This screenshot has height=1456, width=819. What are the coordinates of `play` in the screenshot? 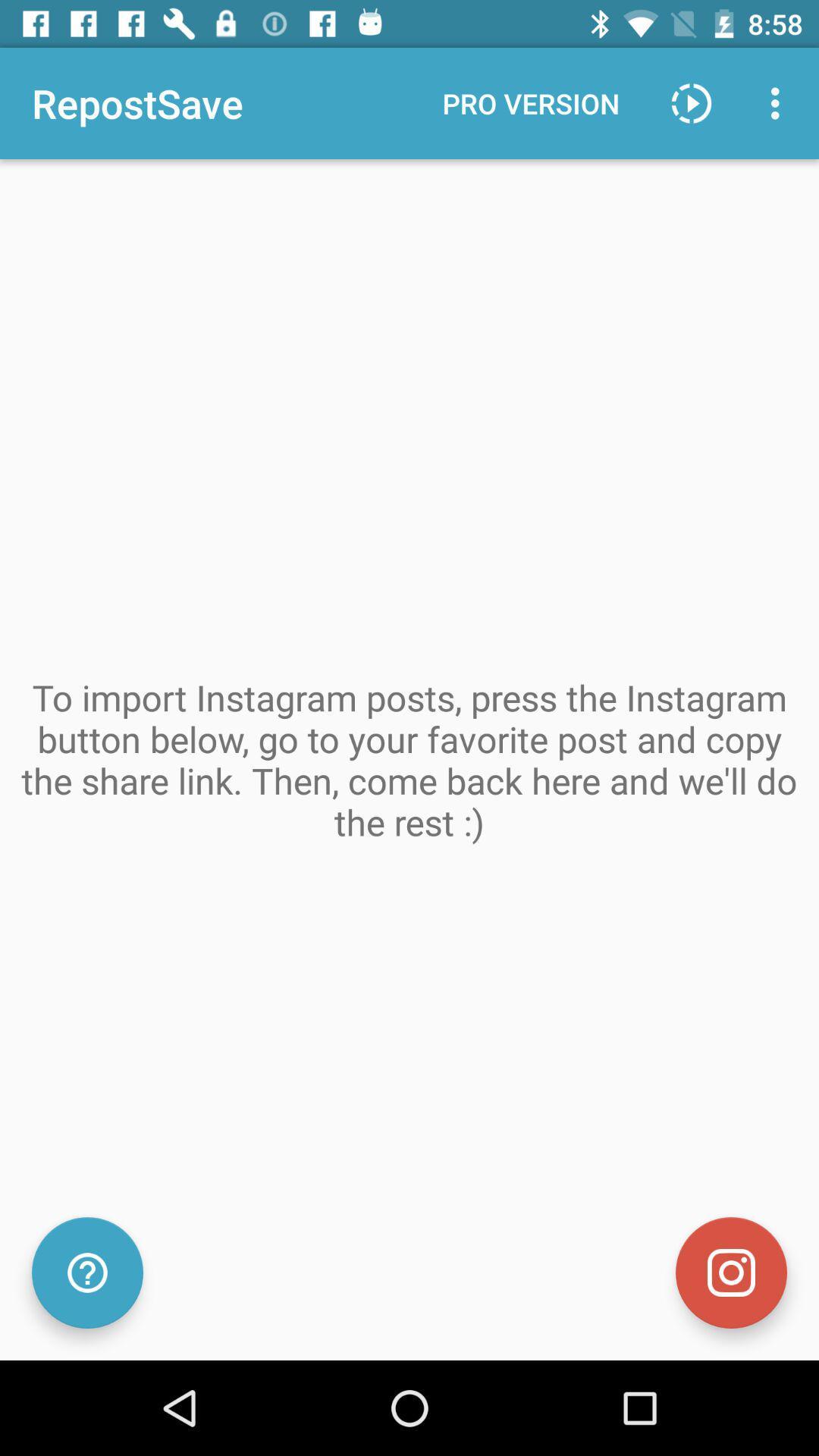 It's located at (691, 102).